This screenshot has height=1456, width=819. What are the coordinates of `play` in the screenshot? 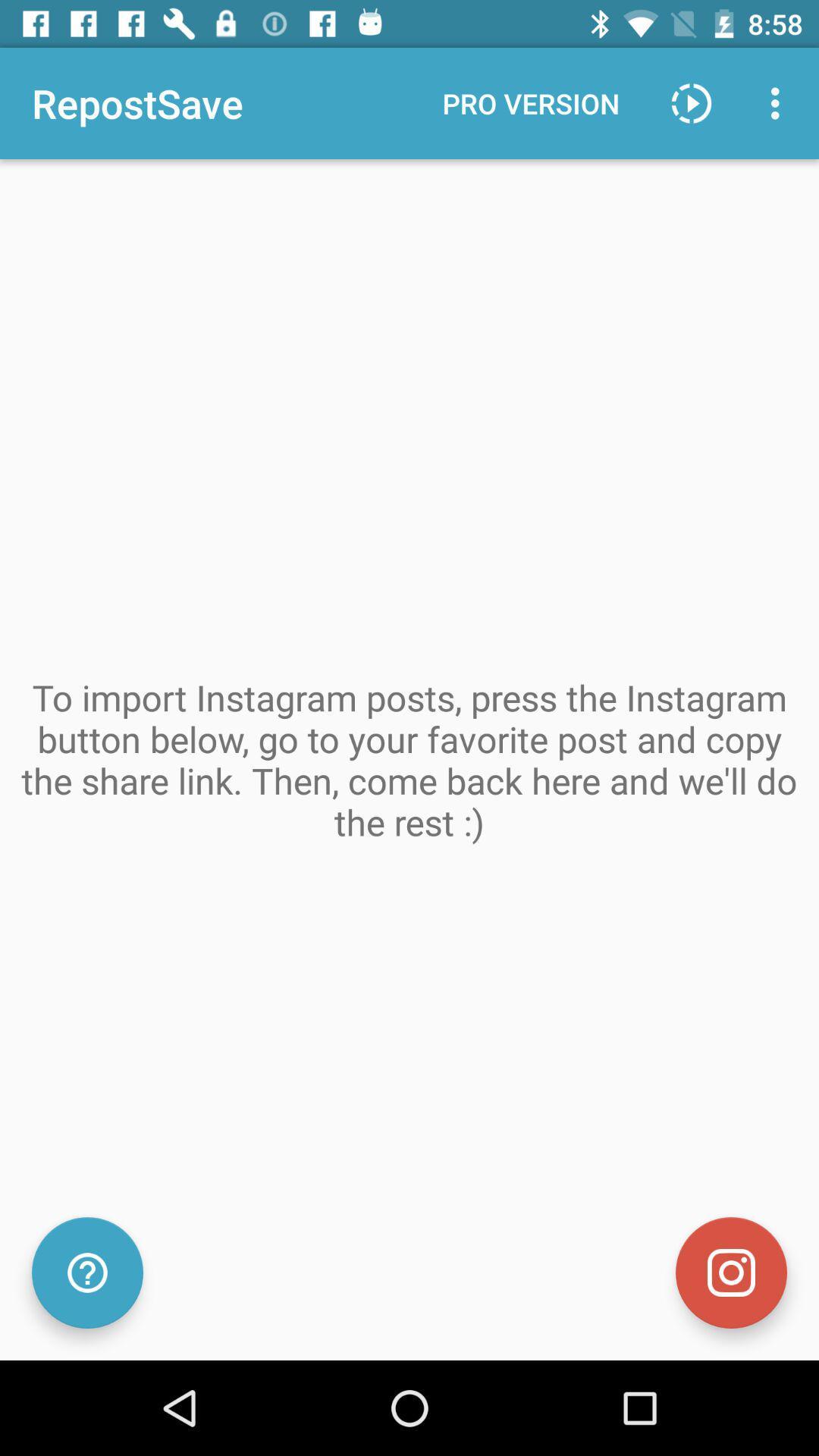 It's located at (691, 102).